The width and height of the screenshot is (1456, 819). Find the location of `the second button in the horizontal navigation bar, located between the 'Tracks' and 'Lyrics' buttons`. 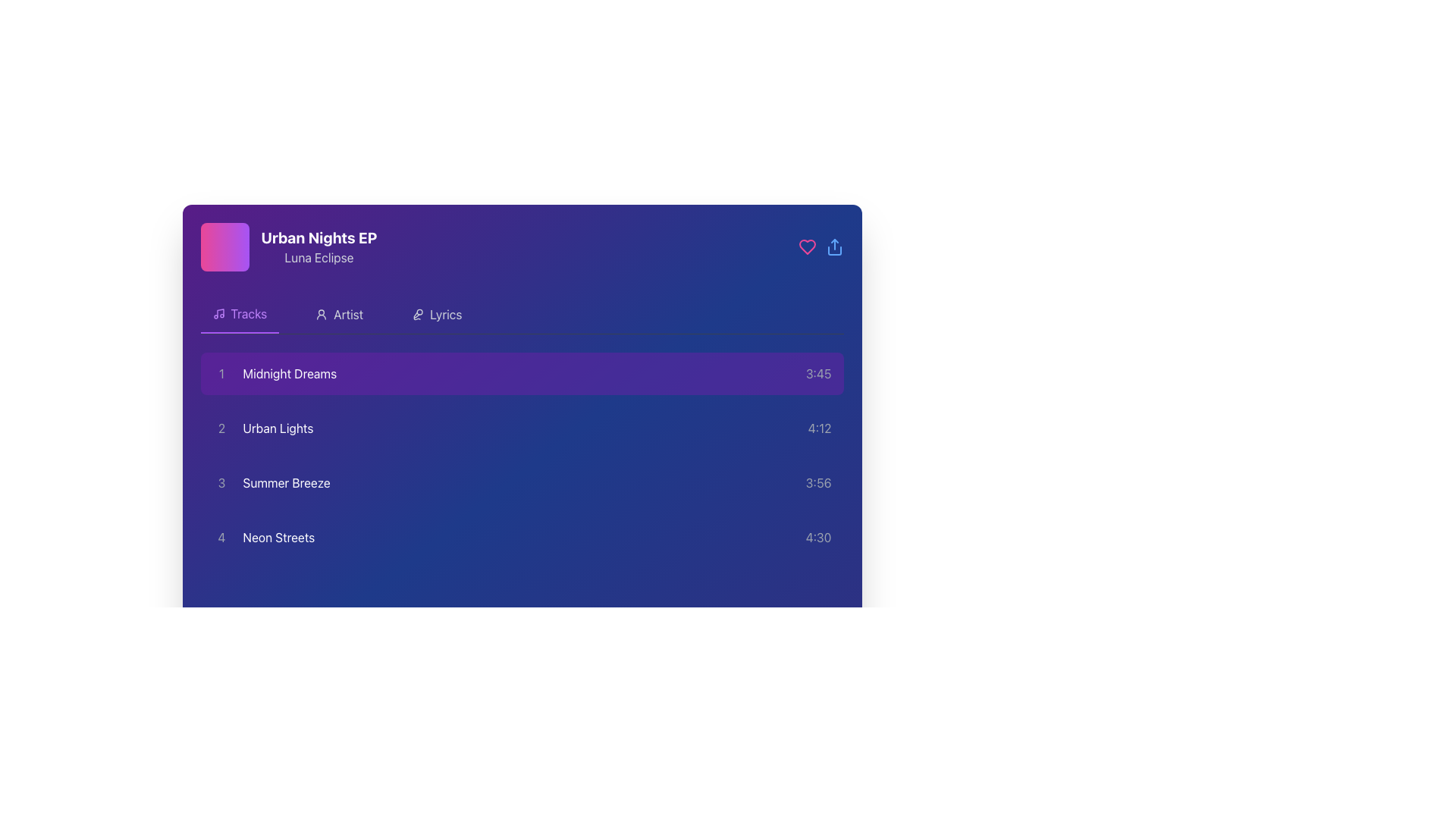

the second button in the horizontal navigation bar, located between the 'Tracks' and 'Lyrics' buttons is located at coordinates (338, 314).